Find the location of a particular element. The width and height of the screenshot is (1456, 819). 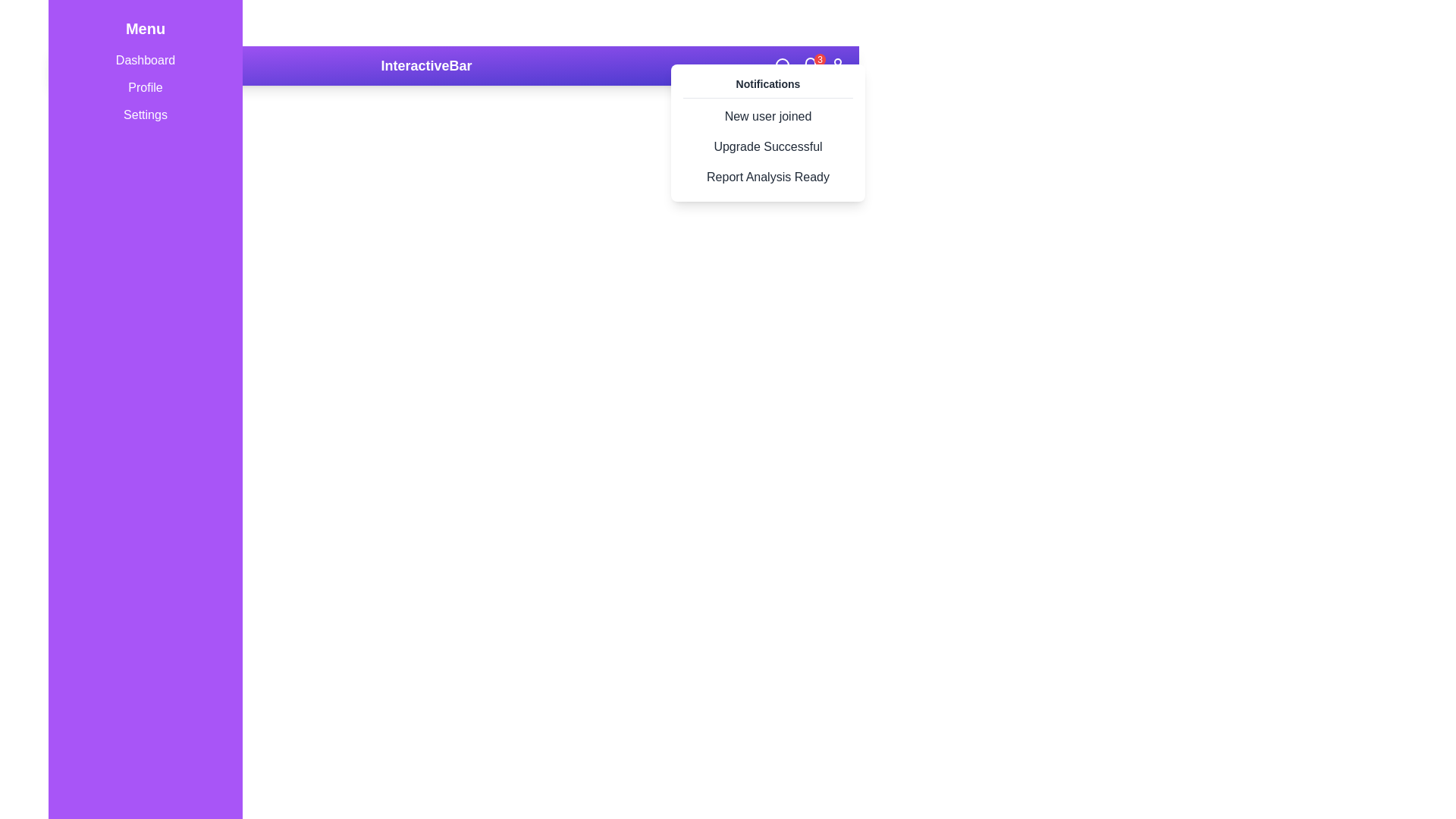

the interactive regions within the Header Bar labeled 'InteractiveBar3', which is a horizontal bar with a gradient from purple to indigo and features white bold text is located at coordinates (453, 65).